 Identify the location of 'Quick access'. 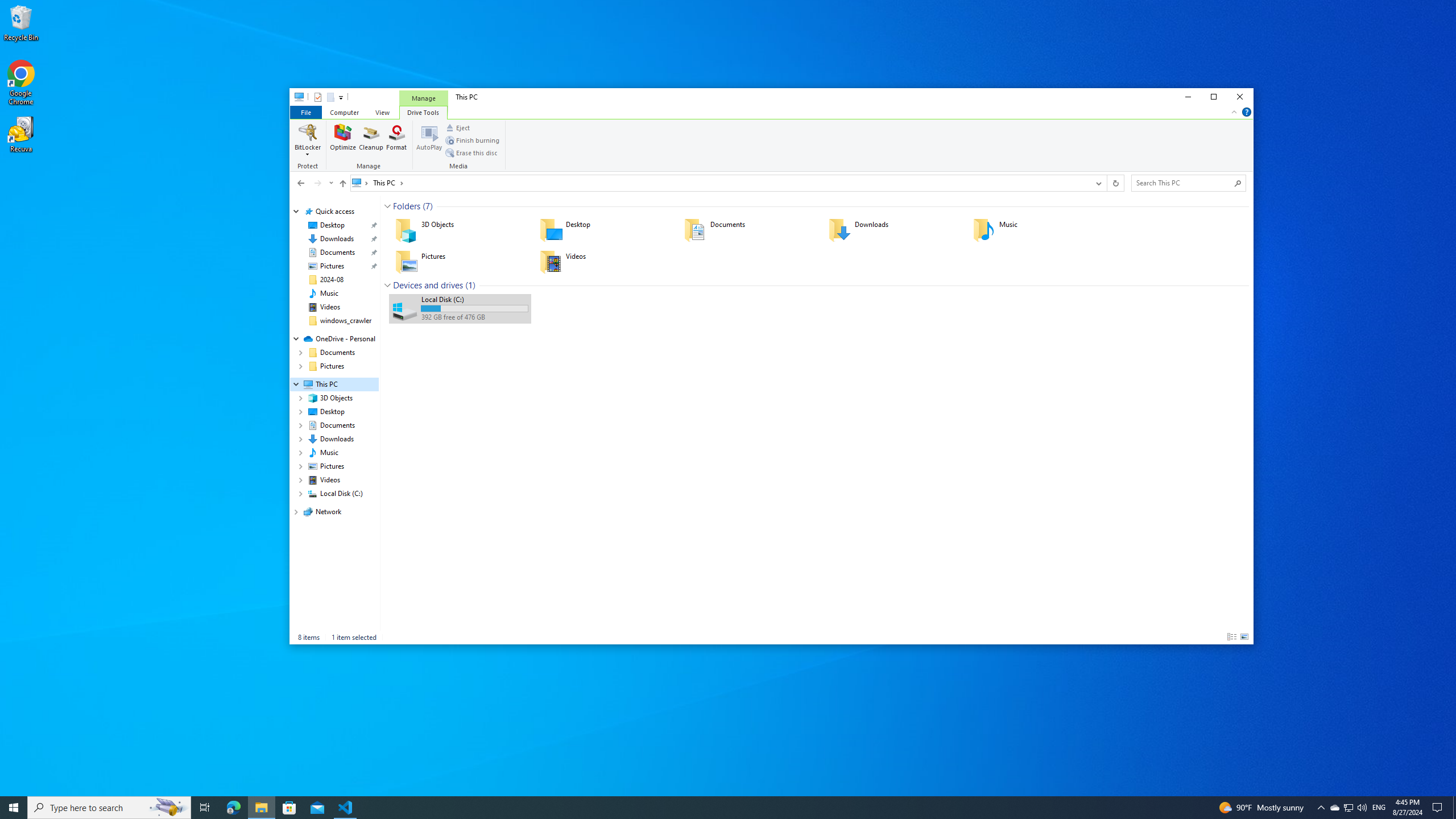
(334, 211).